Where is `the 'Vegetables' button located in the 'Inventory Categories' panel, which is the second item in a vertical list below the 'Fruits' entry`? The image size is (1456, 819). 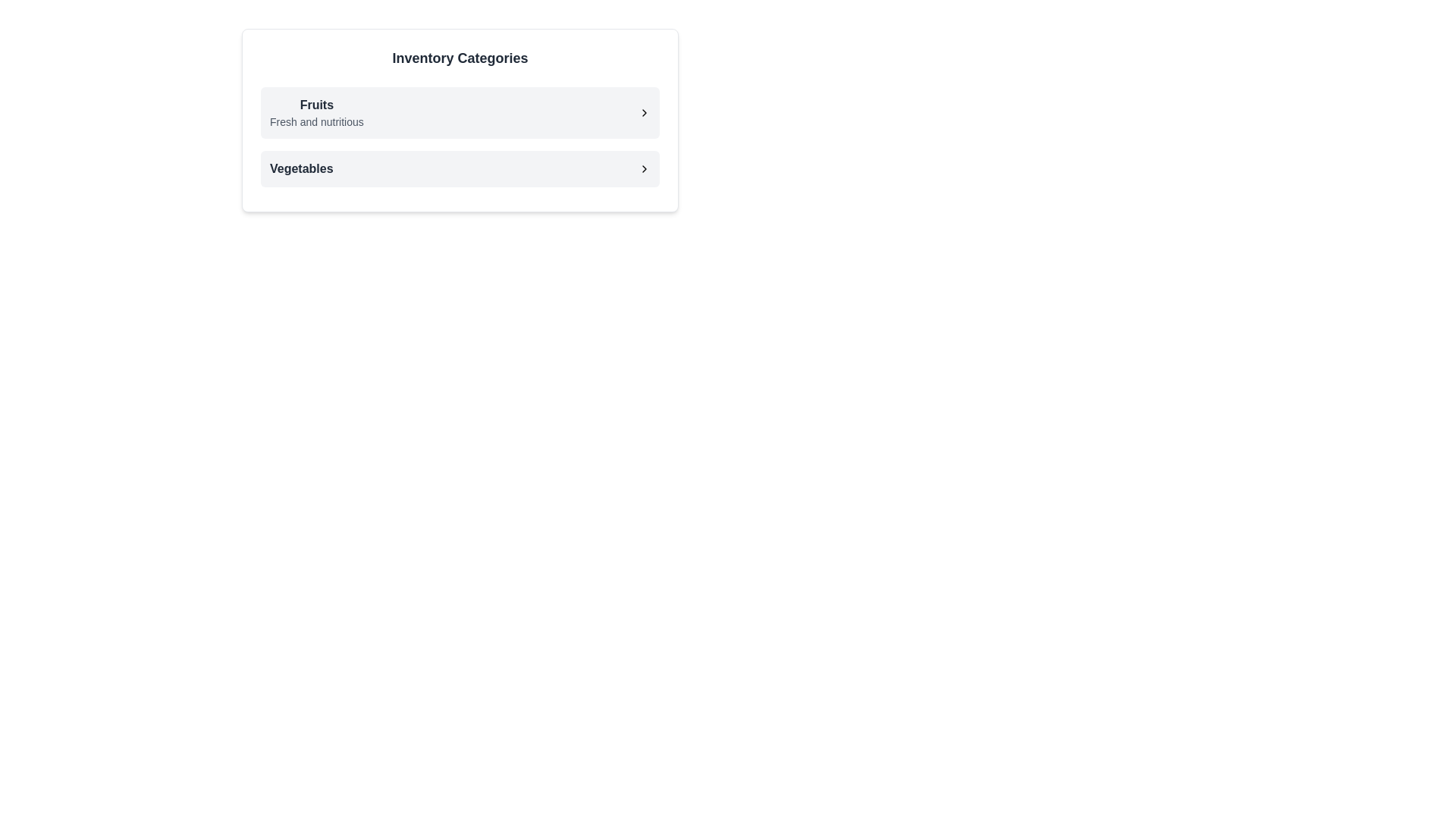
the 'Vegetables' button located in the 'Inventory Categories' panel, which is the second item in a vertical list below the 'Fruits' entry is located at coordinates (459, 169).